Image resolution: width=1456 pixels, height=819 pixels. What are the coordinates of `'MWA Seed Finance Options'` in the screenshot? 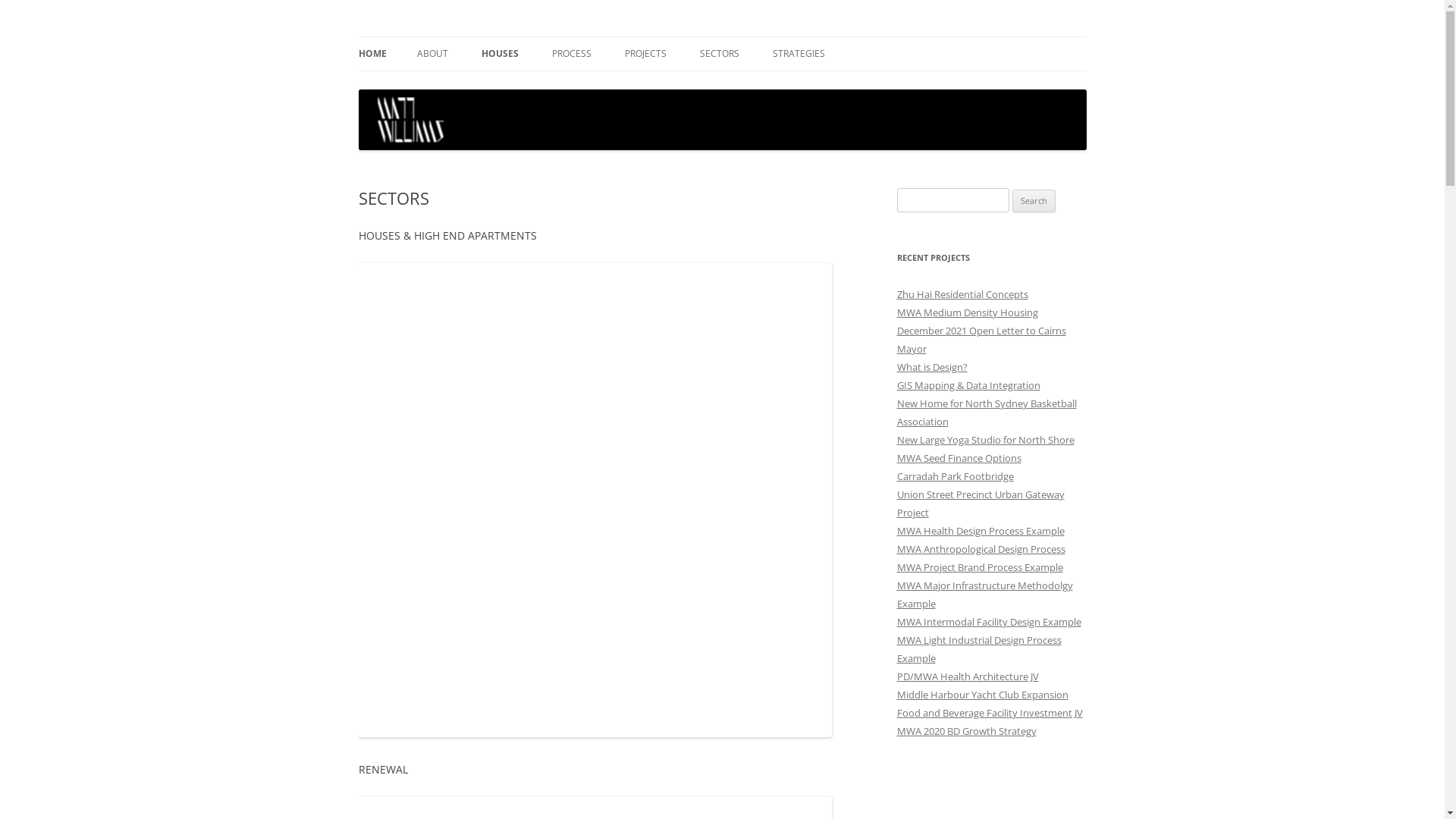 It's located at (957, 457).